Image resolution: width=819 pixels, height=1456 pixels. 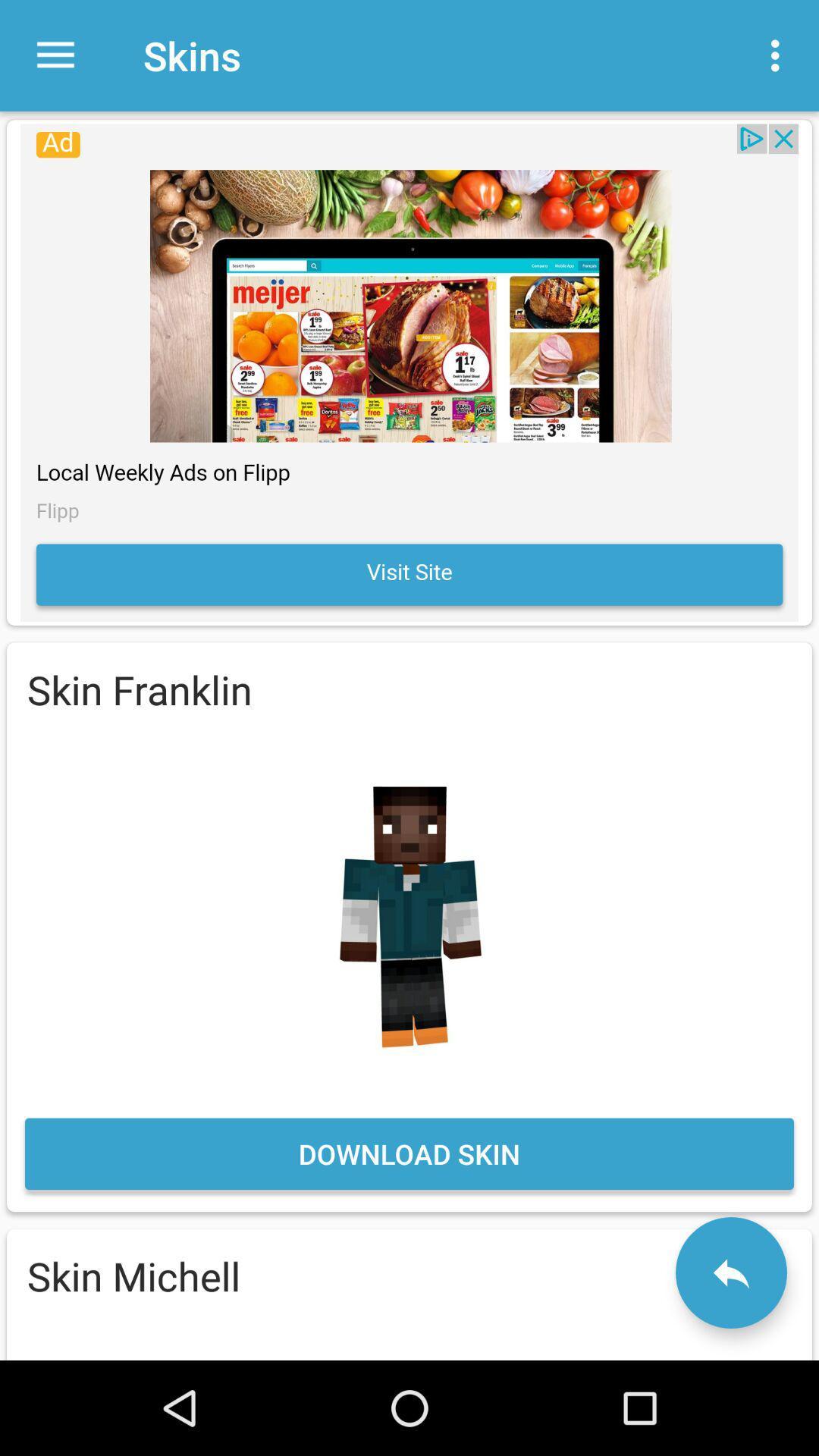 What do you see at coordinates (409, 372) in the screenshot?
I see `advertisement` at bounding box center [409, 372].